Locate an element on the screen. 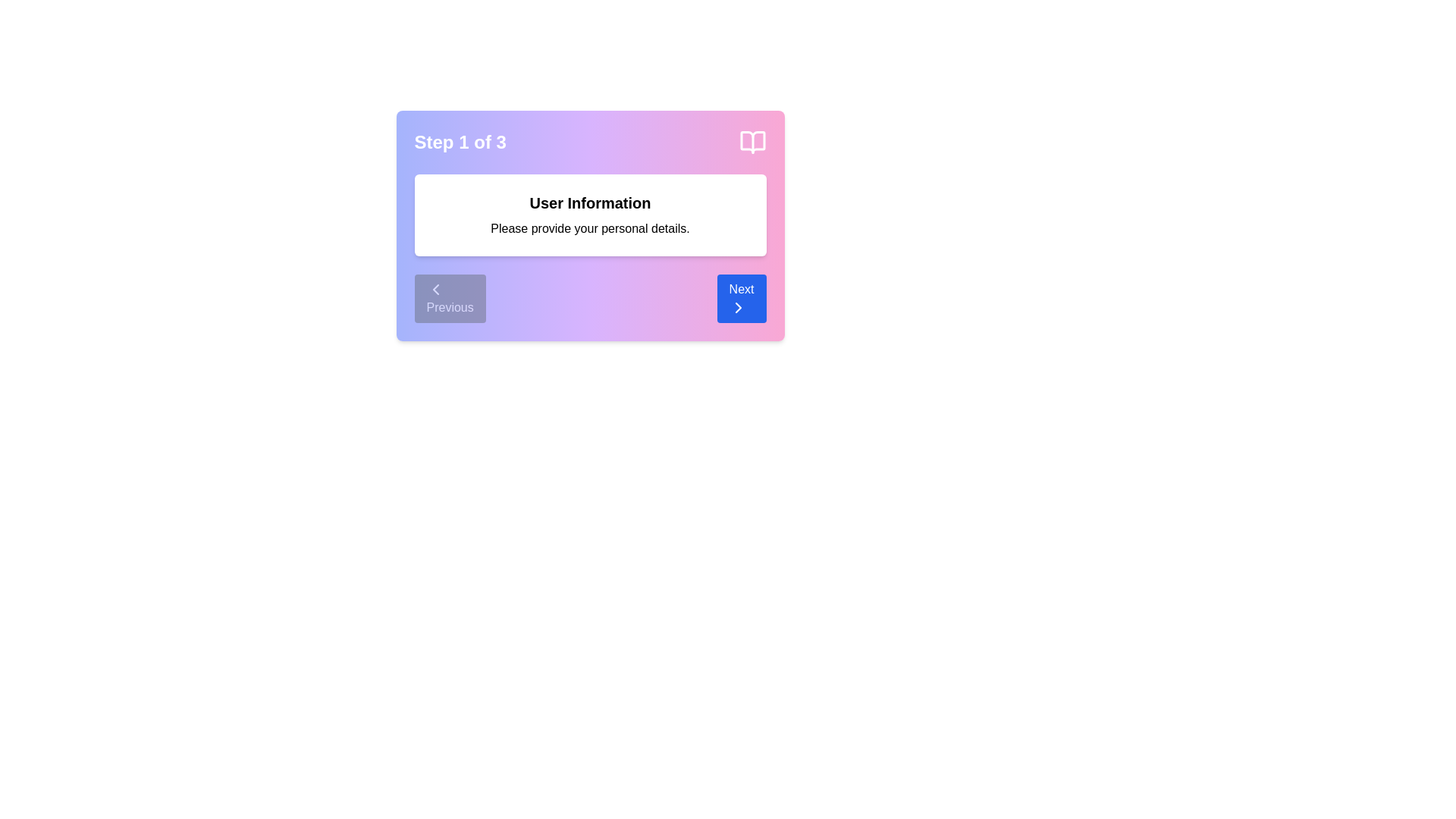  the 'Next' button to proceed to the next step is located at coordinates (742, 298).